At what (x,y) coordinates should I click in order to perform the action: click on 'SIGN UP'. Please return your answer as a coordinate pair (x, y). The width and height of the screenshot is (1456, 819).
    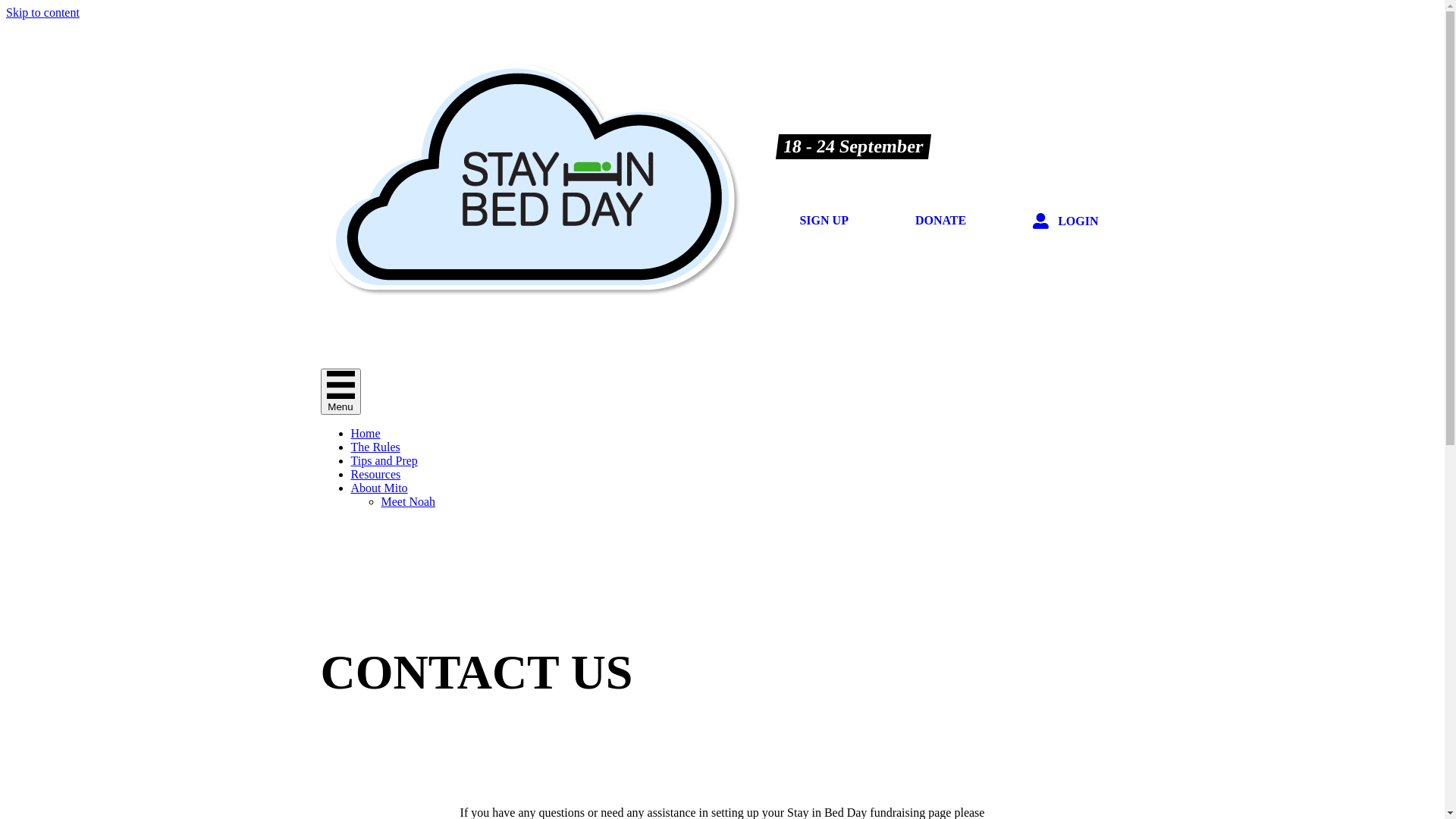
    Looking at the image, I should click on (781, 220).